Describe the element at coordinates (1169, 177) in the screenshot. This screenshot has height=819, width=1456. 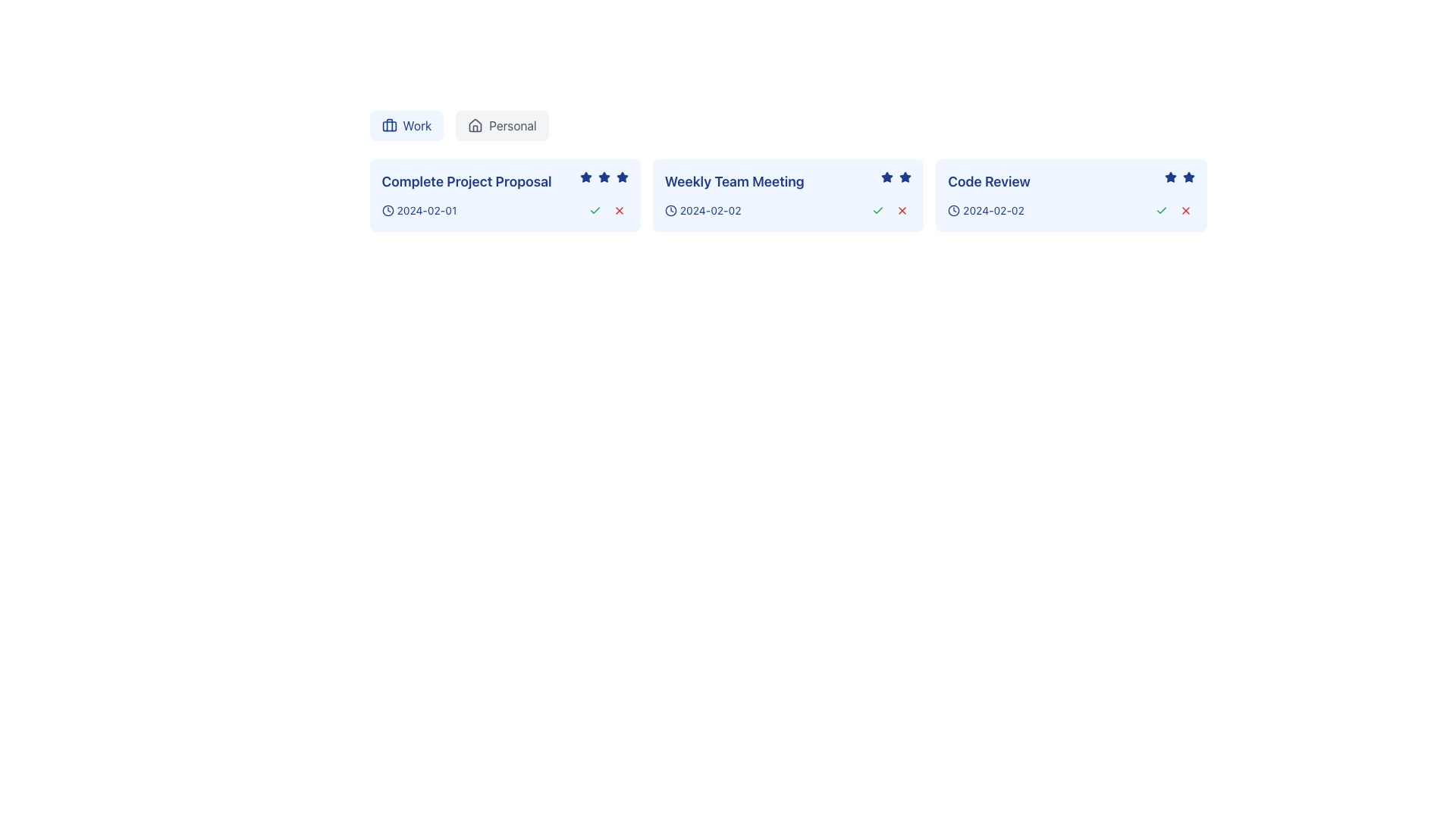
I see `the first blue star icon with rounded points` at that location.